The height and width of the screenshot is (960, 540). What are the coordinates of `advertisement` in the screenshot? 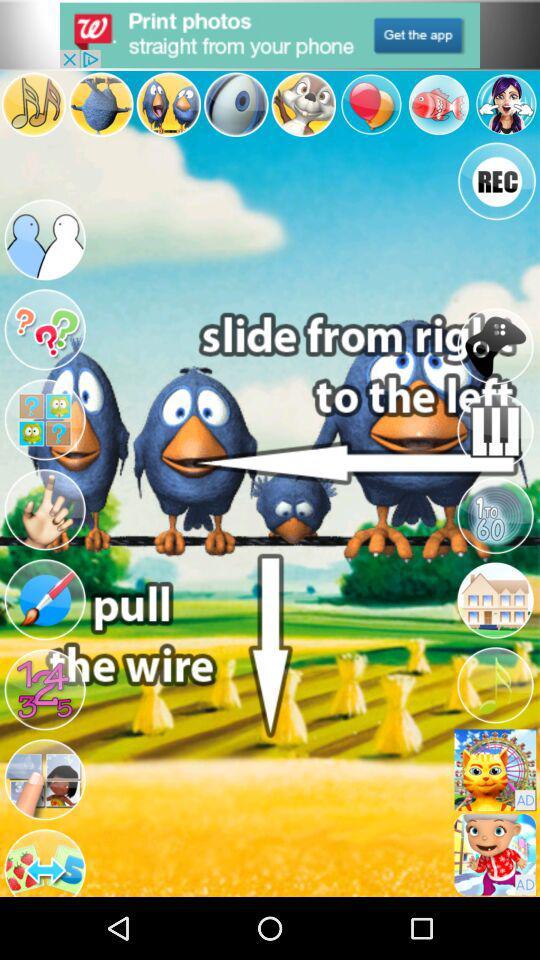 It's located at (270, 34).